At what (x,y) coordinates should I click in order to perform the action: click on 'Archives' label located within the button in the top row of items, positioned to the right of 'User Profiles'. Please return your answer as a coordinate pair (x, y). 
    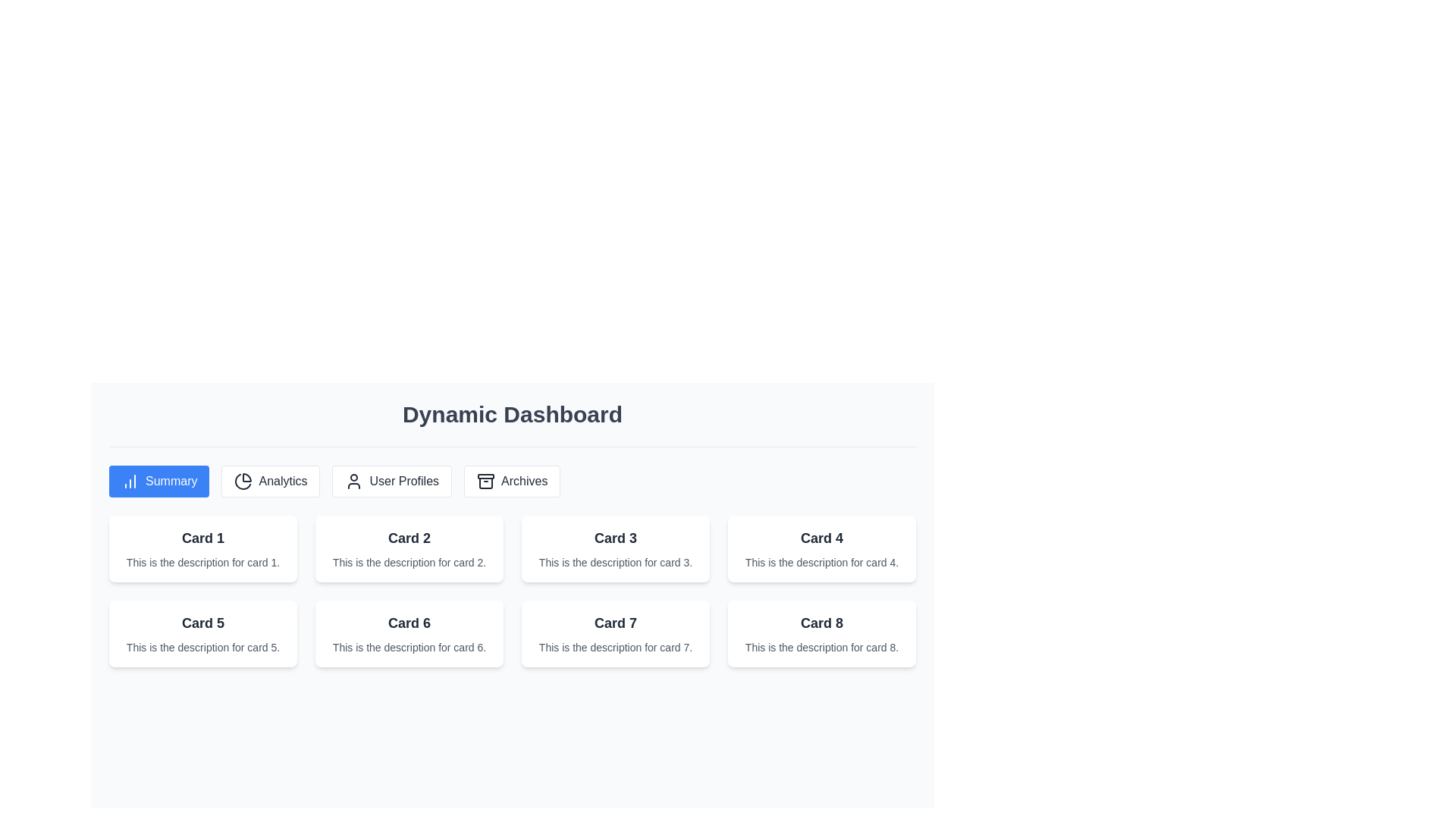
    Looking at the image, I should click on (512, 482).